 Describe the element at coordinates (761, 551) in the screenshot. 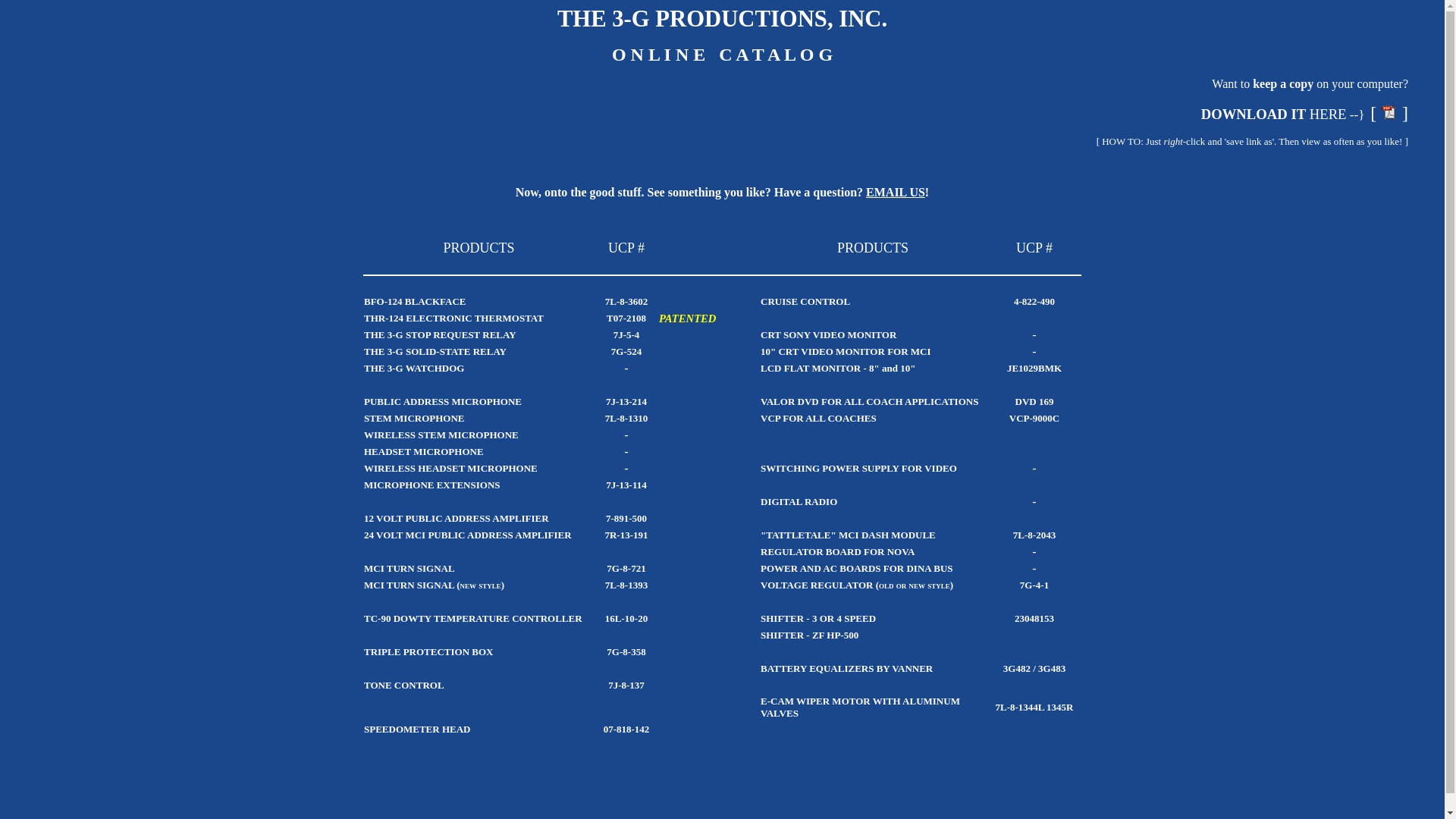

I see `'REGULATOR BOARD FOR NOVA'` at that location.